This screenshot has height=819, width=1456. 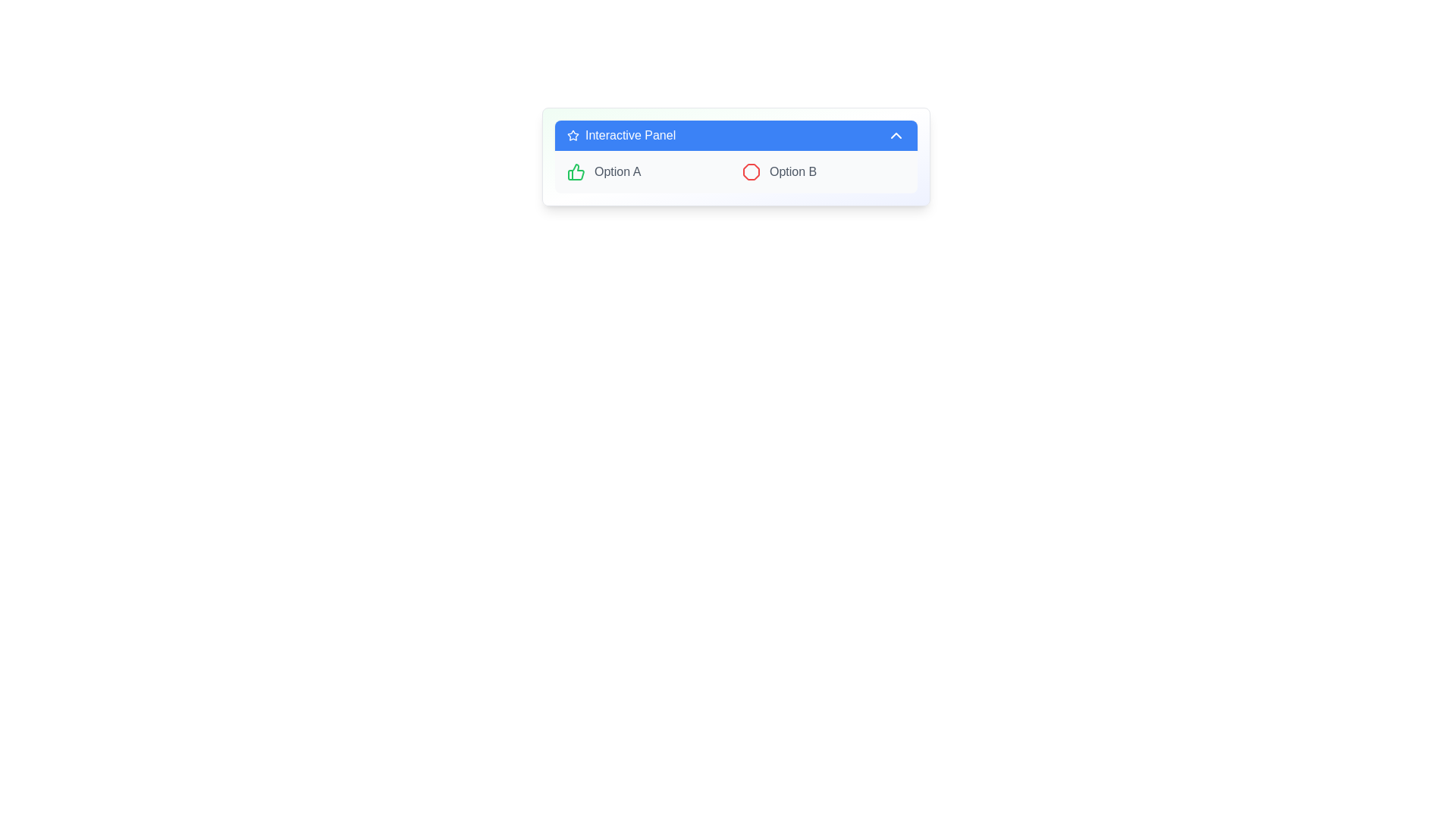 I want to click on the context of the third text label element in the top section of the card layout, positioned to the right of the star icon, so click(x=630, y=134).